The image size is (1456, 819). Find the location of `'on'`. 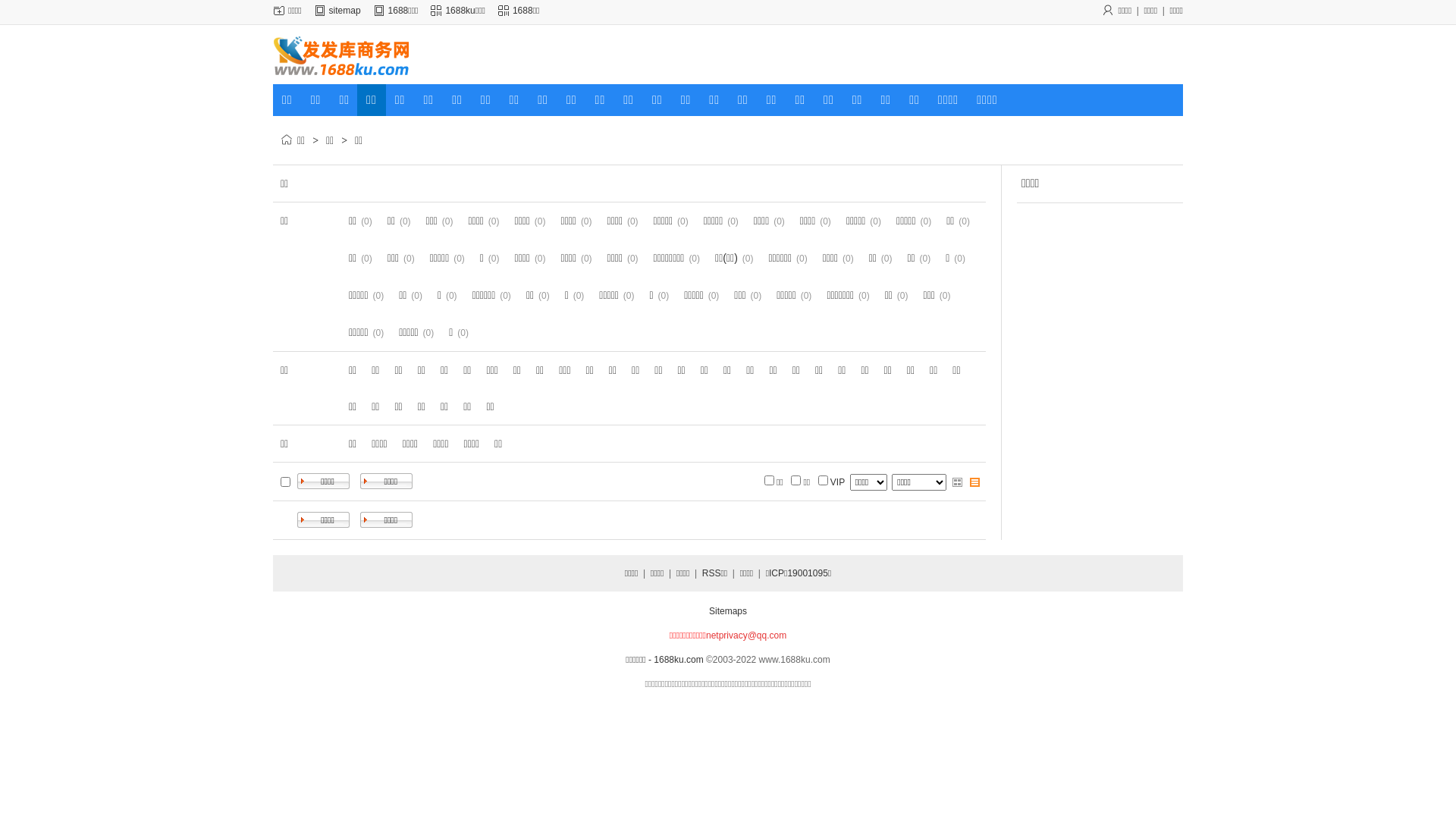

'on' is located at coordinates (822, 479).